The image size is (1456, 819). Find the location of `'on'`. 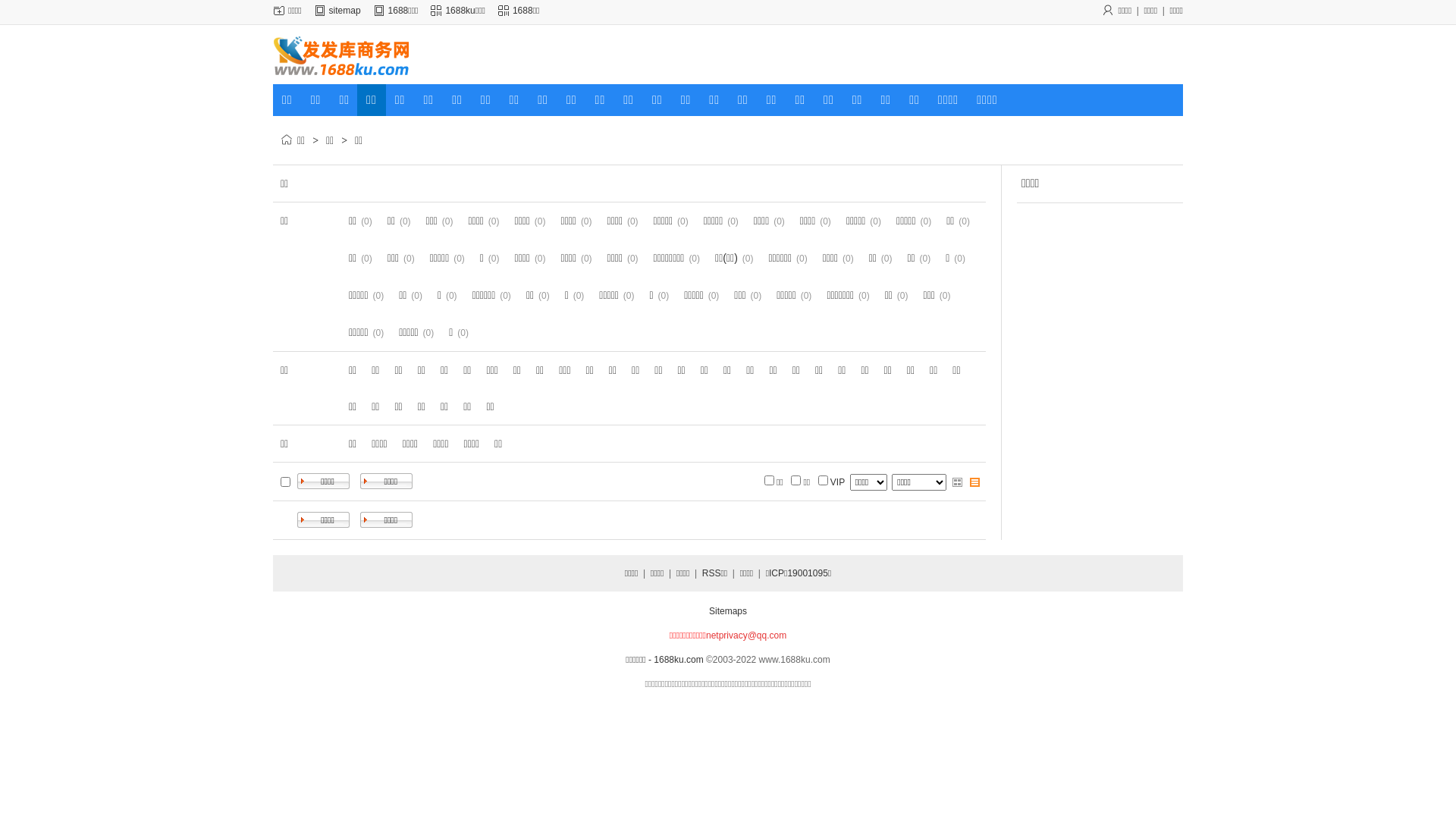

'on' is located at coordinates (822, 479).